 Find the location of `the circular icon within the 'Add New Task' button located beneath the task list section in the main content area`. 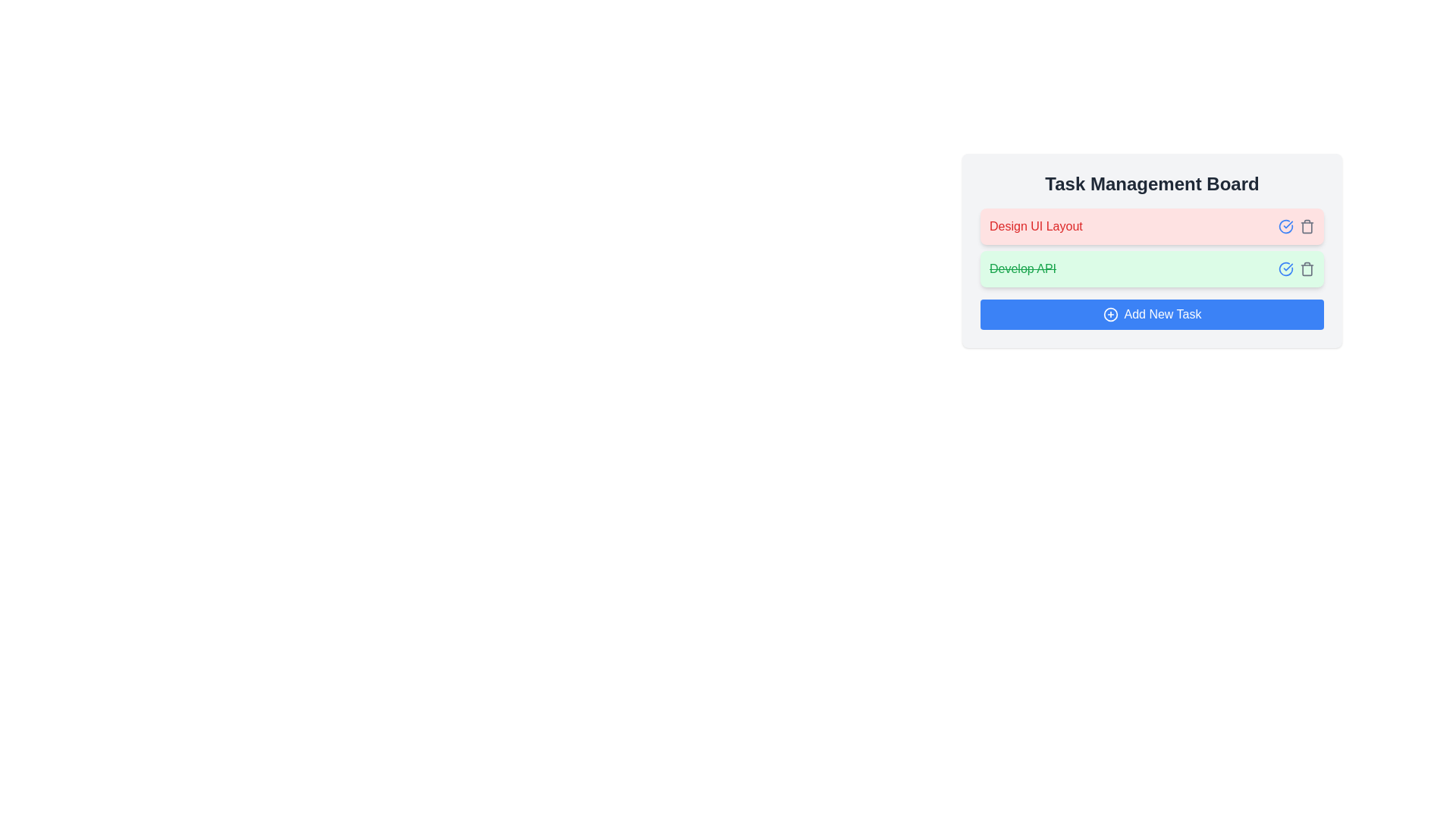

the circular icon within the 'Add New Task' button located beneath the task list section in the main content area is located at coordinates (1110, 314).